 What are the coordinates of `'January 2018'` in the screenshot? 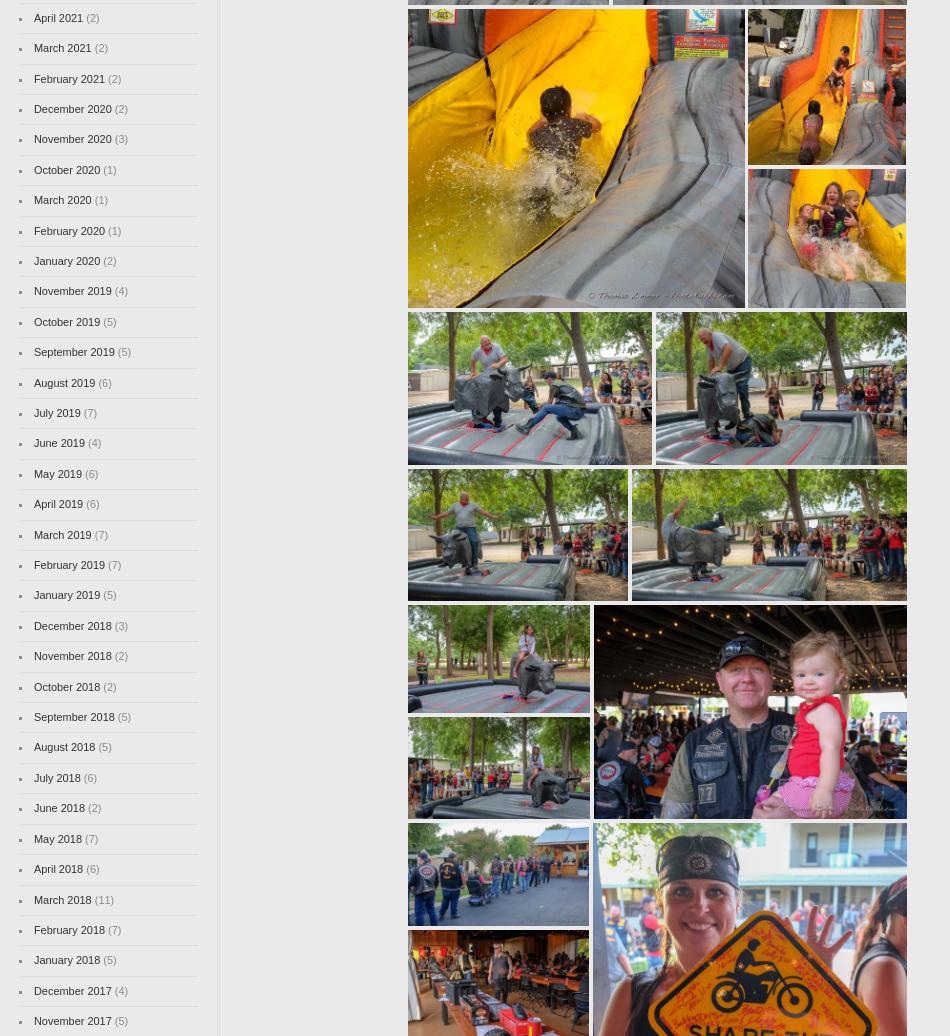 It's located at (32, 959).